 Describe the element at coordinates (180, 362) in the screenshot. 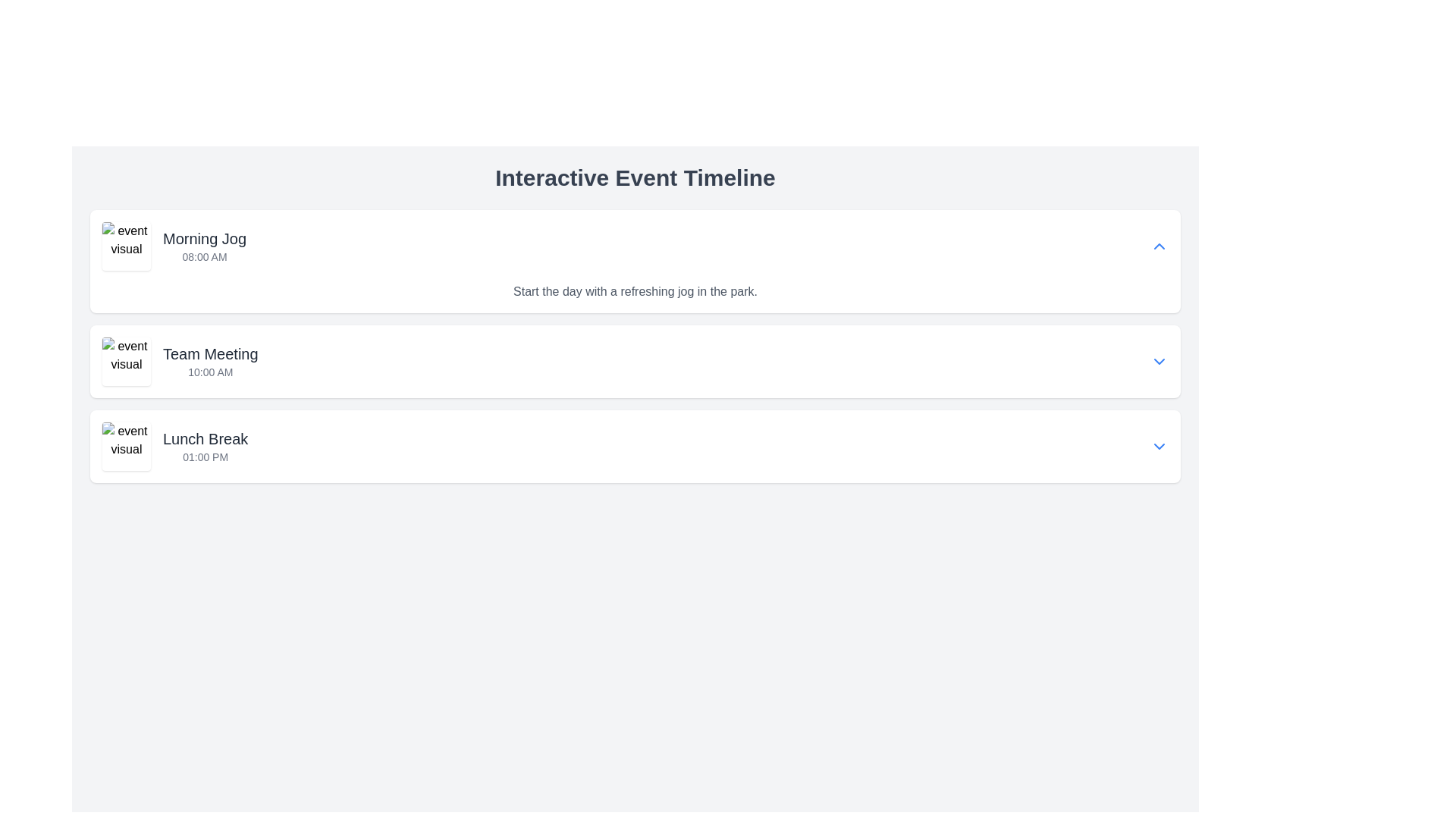

I see `on the second interactive timeline entry labeled 'Team Meeting'` at that location.